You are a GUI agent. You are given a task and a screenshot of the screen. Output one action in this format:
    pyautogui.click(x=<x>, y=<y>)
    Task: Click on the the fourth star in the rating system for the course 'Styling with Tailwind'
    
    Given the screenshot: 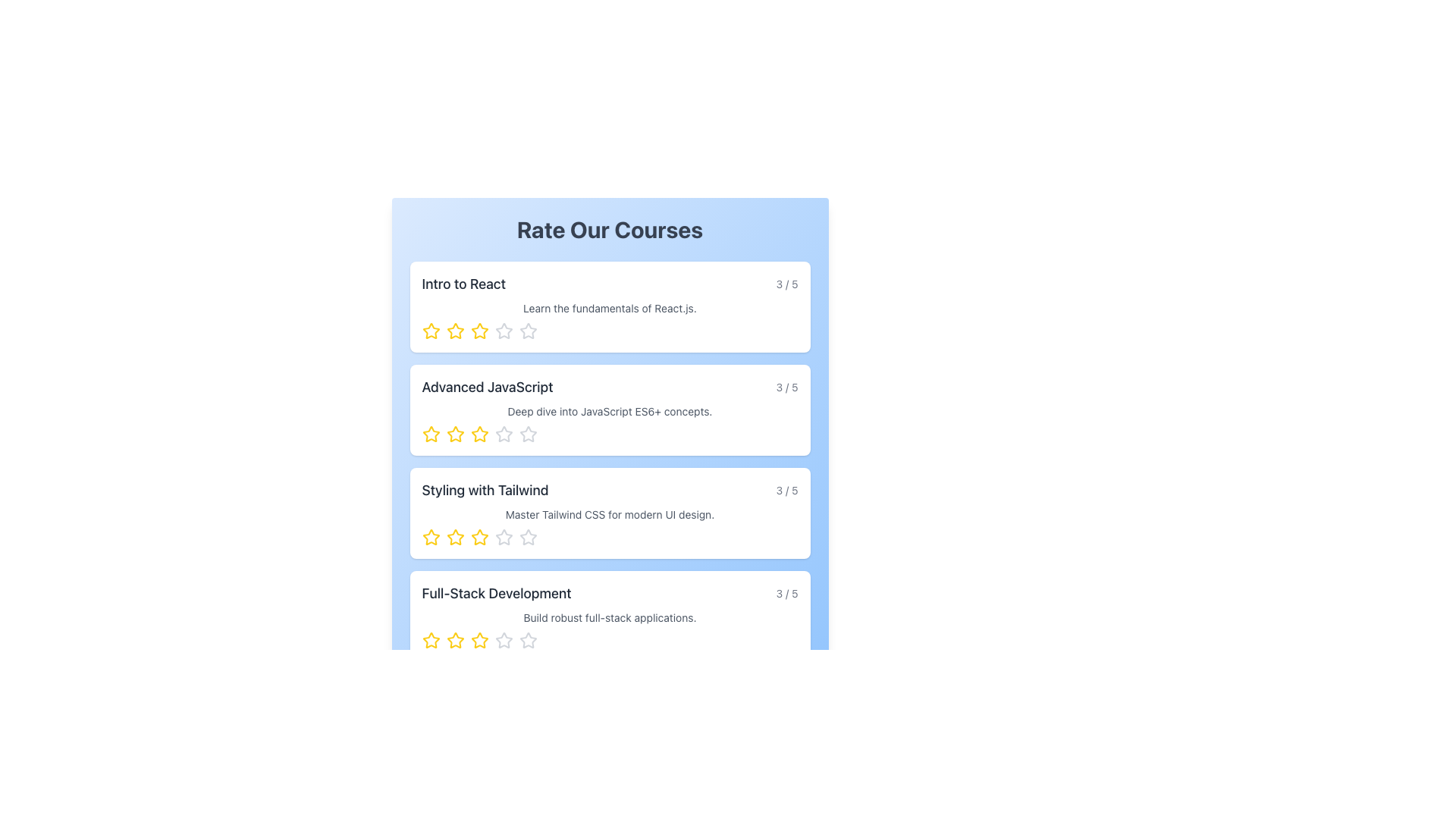 What is the action you would take?
    pyautogui.click(x=503, y=536)
    